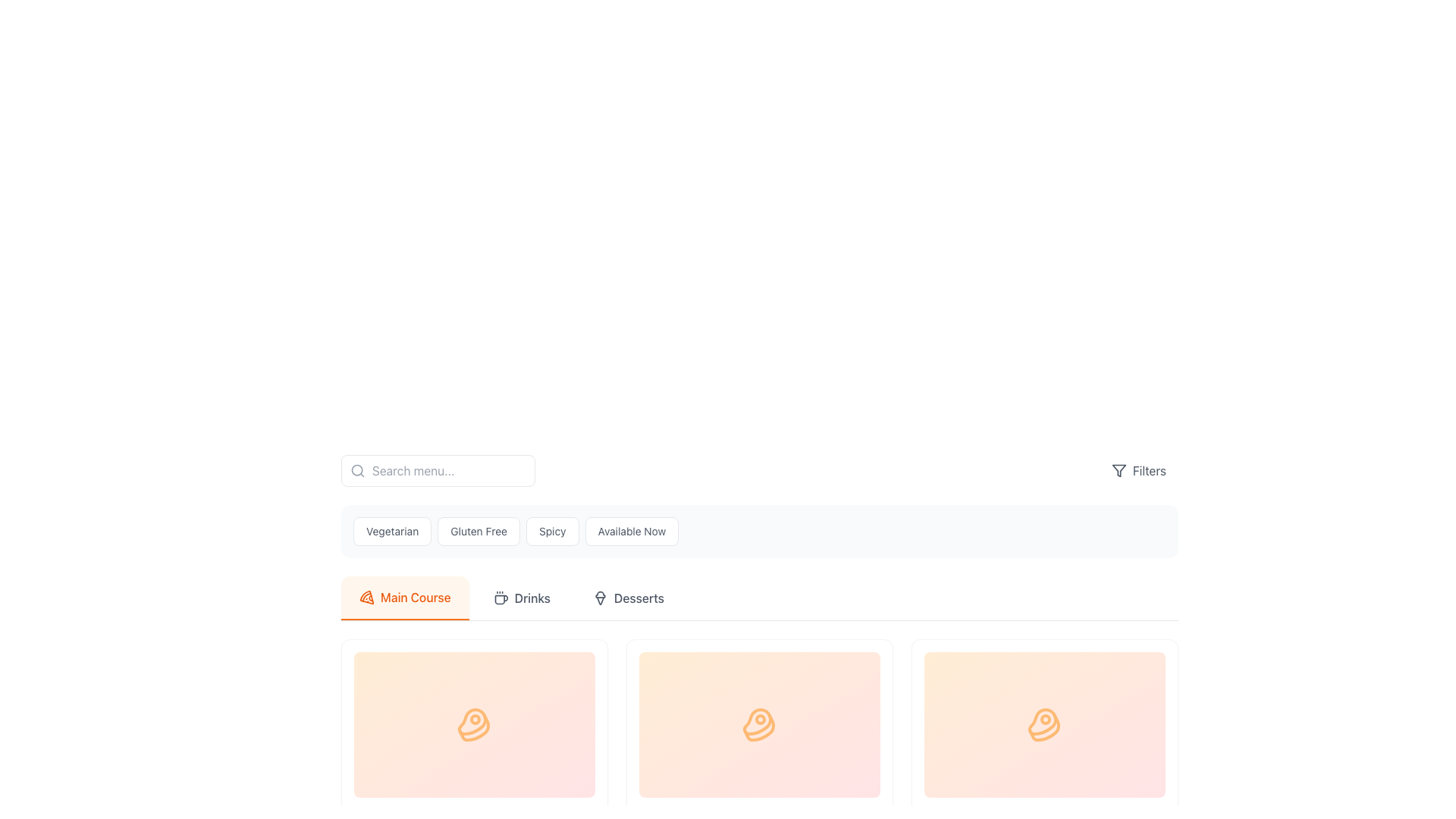  Describe the element at coordinates (522, 598) in the screenshot. I see `the button to switch to the Drinks category, which is the second button in a horizontal row located between the Main Course and Desserts buttons` at that location.